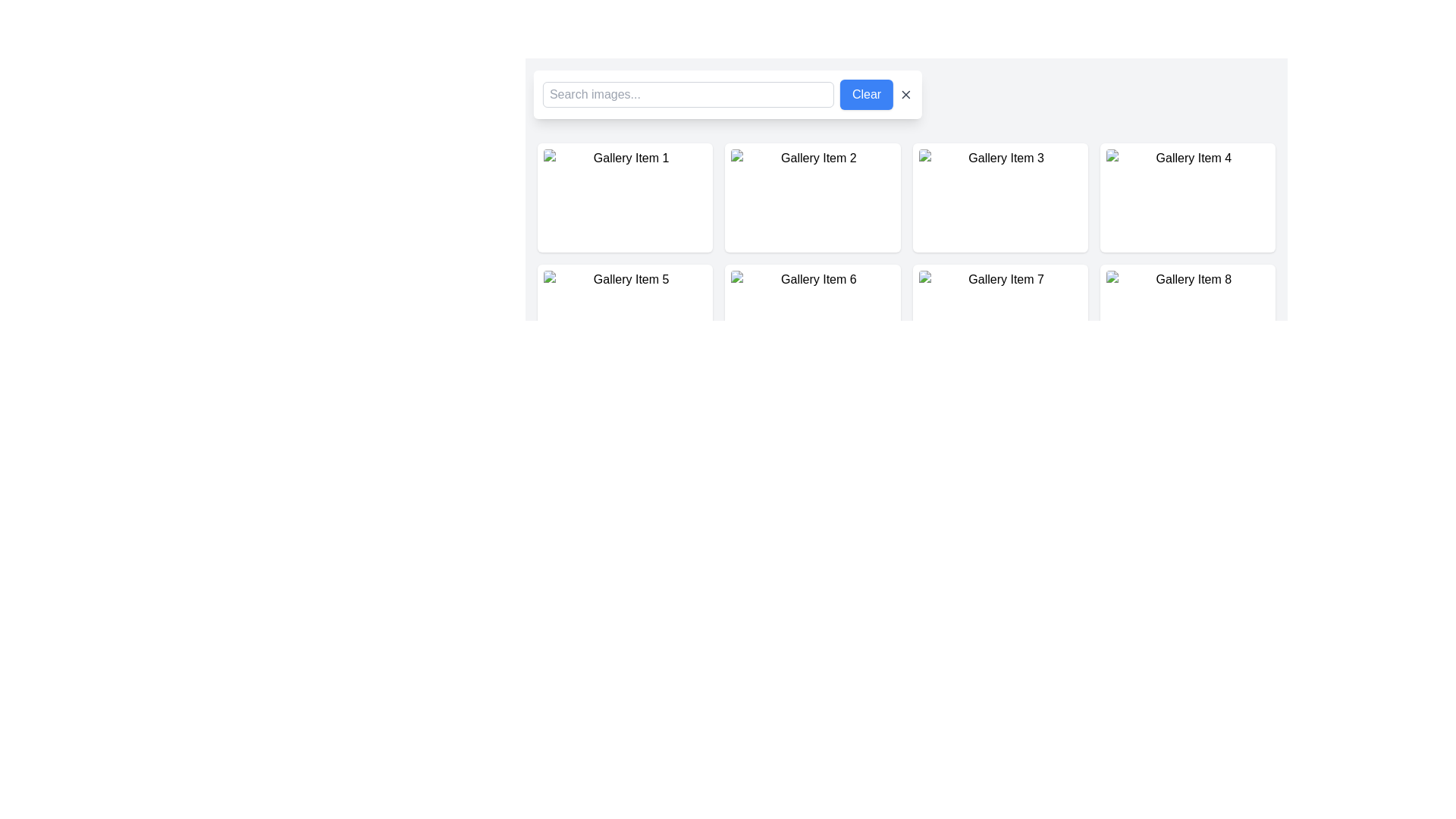 This screenshot has height=819, width=1456. What do you see at coordinates (1000, 197) in the screenshot?
I see `the rectangular card with a white background and an image placeholder labeled 'Gallery Item 3', located in the top row, third column of the grid layout` at bounding box center [1000, 197].